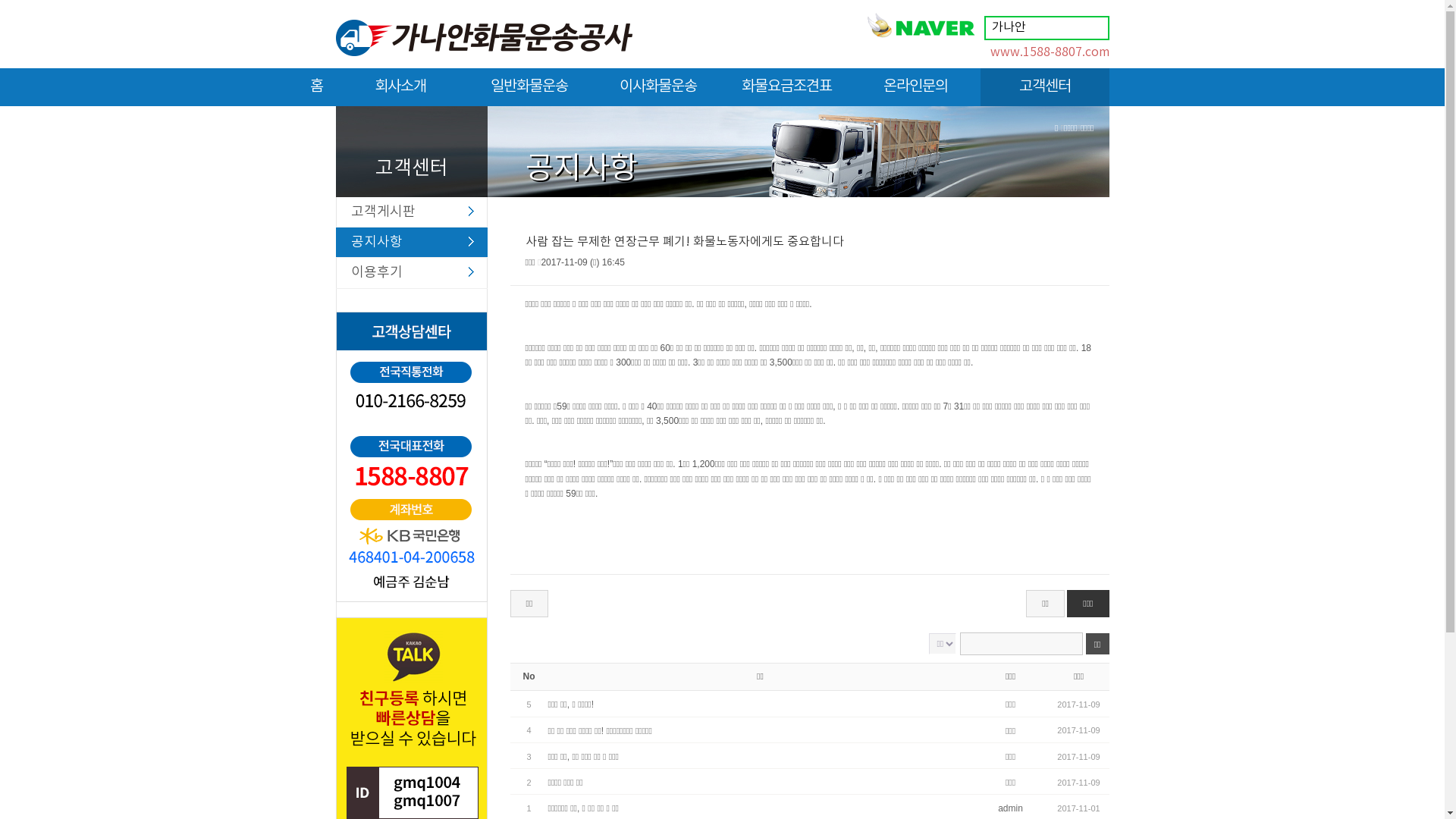  I want to click on 'admin', so click(1010, 807).